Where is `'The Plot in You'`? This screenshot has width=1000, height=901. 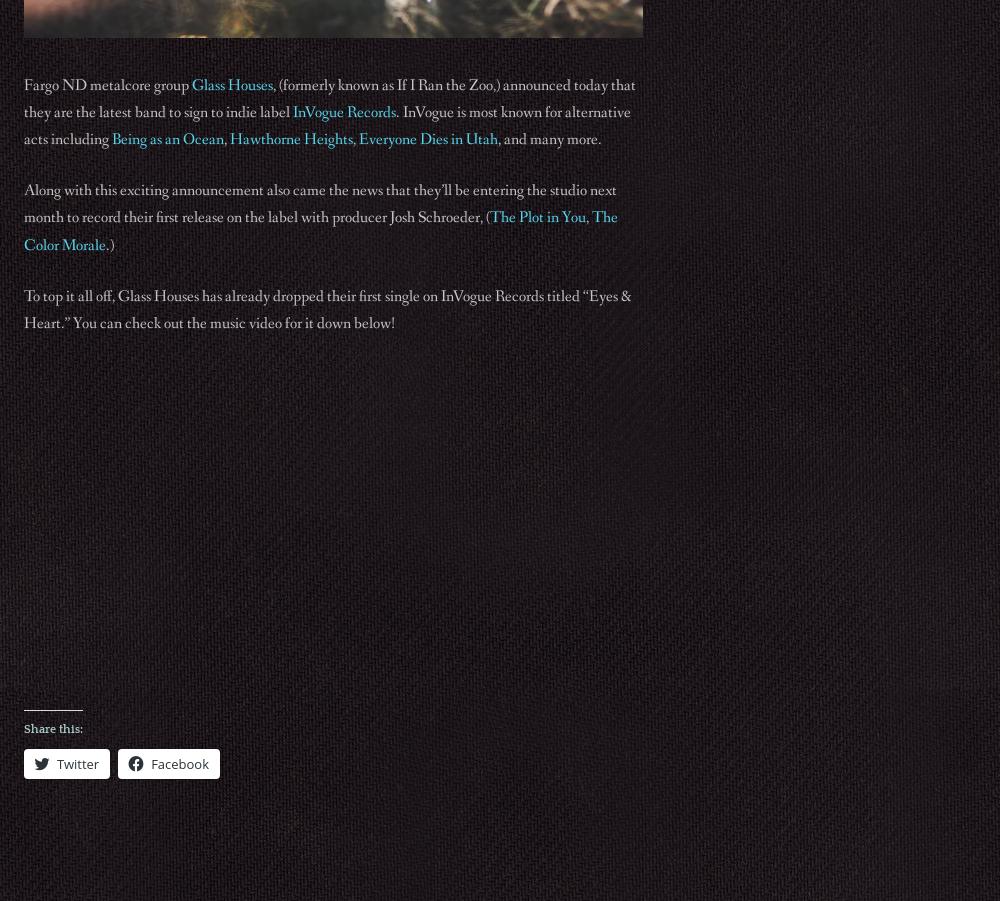
'The Plot in You' is located at coordinates (489, 216).